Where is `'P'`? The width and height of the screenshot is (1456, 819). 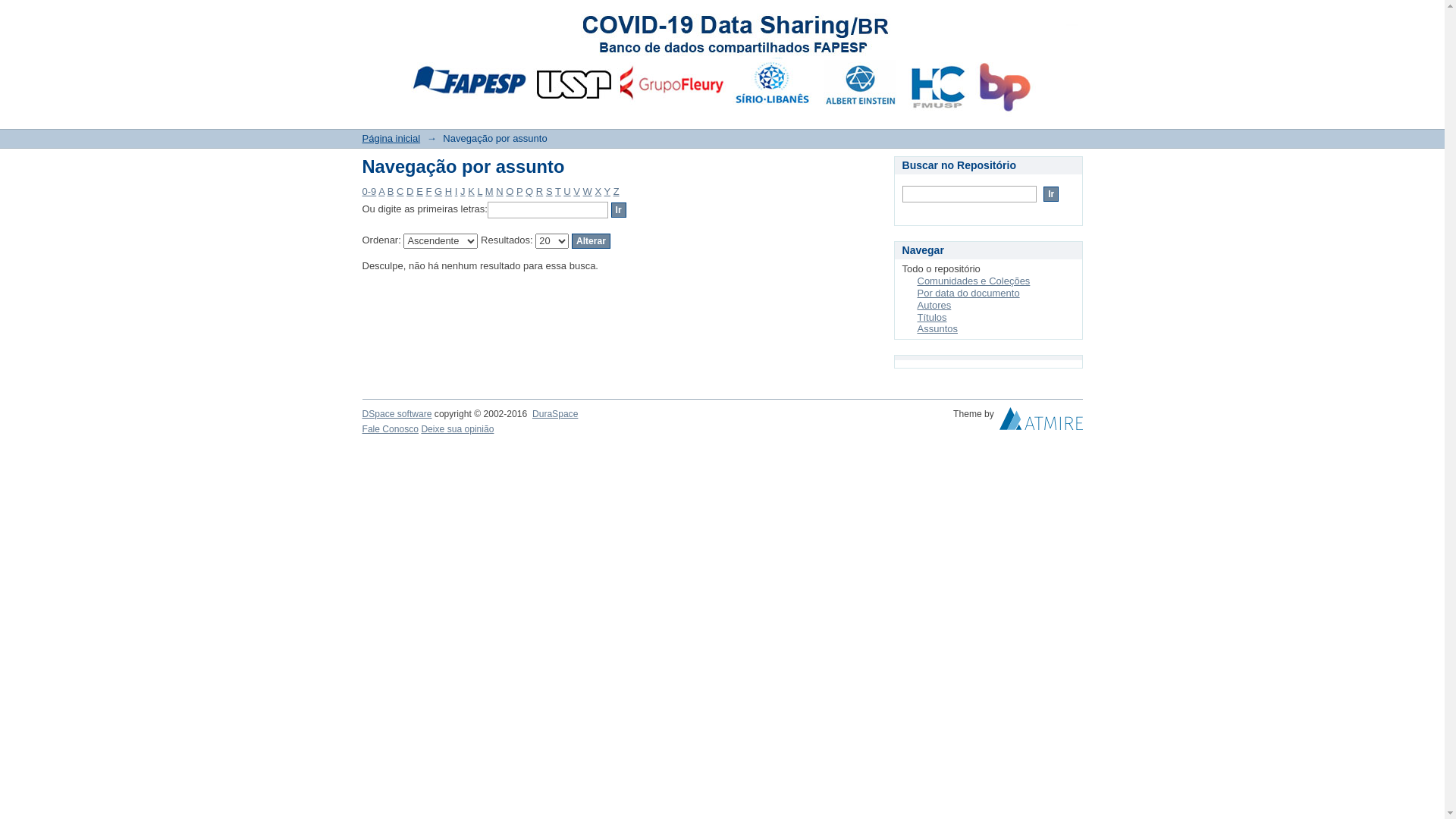
'P' is located at coordinates (519, 190).